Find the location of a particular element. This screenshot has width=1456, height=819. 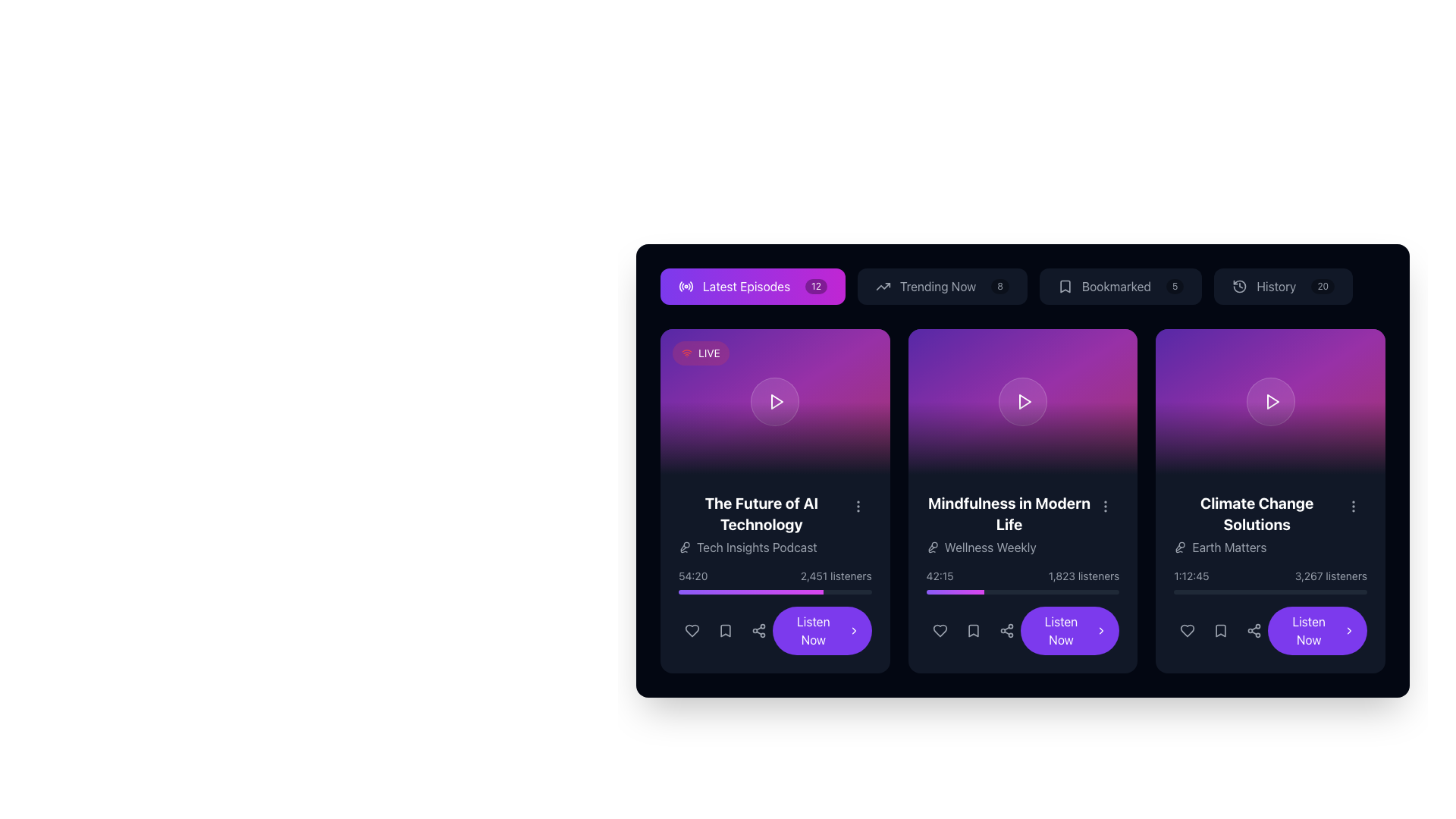

the progress bar of the podcast episode card located in the middle of the list to skip playback is located at coordinates (1022, 573).